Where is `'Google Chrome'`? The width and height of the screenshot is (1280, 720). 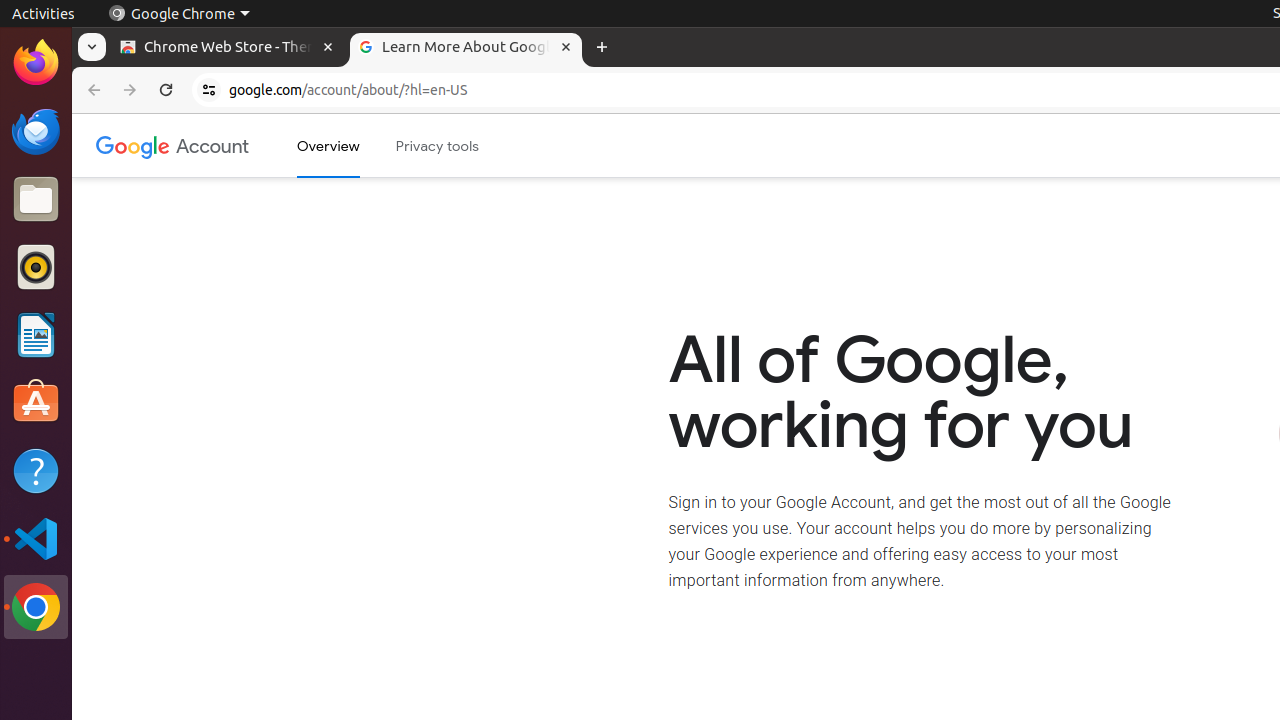 'Google Chrome' is located at coordinates (178, 13).